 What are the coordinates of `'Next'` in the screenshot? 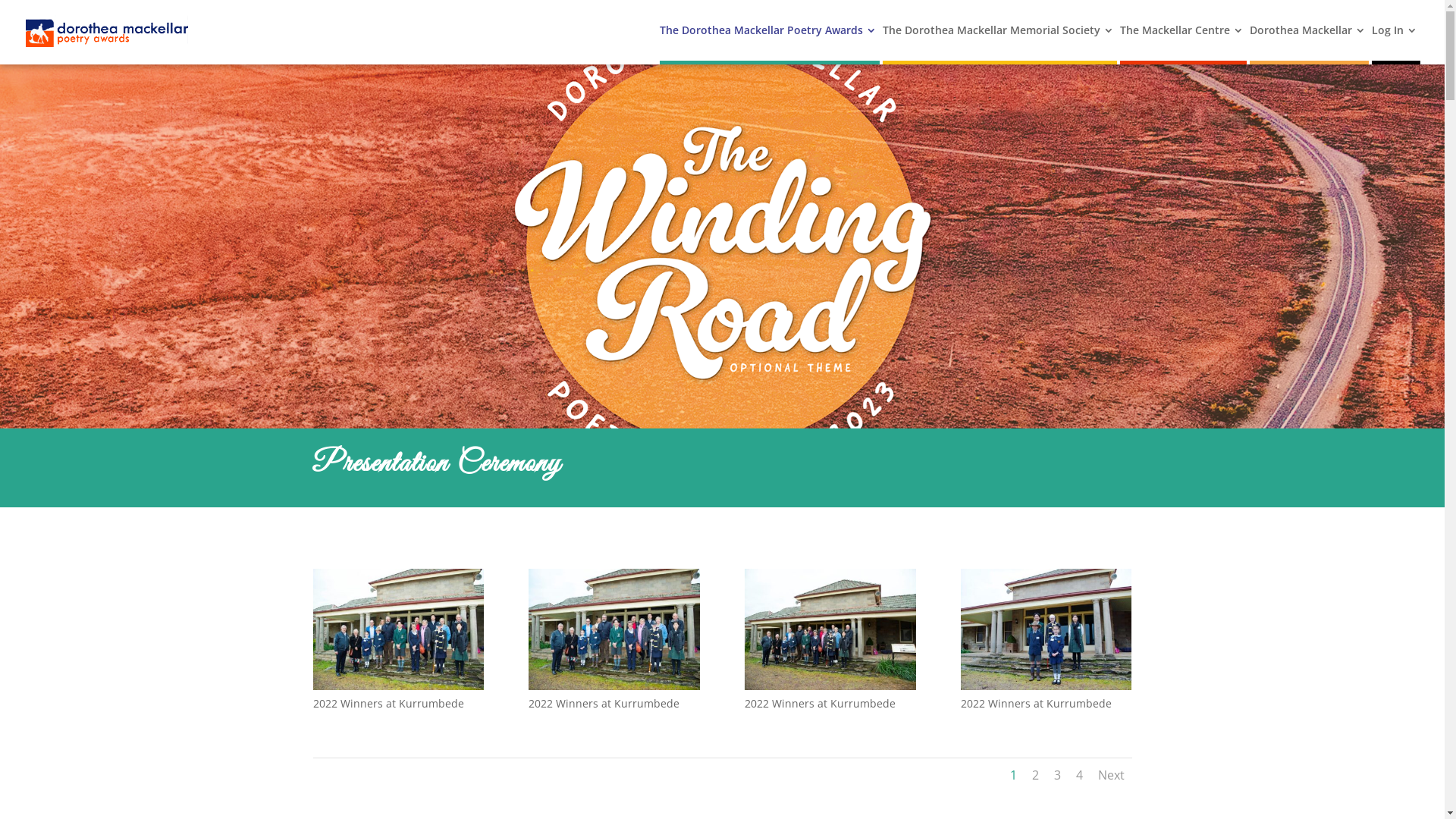 It's located at (1111, 775).